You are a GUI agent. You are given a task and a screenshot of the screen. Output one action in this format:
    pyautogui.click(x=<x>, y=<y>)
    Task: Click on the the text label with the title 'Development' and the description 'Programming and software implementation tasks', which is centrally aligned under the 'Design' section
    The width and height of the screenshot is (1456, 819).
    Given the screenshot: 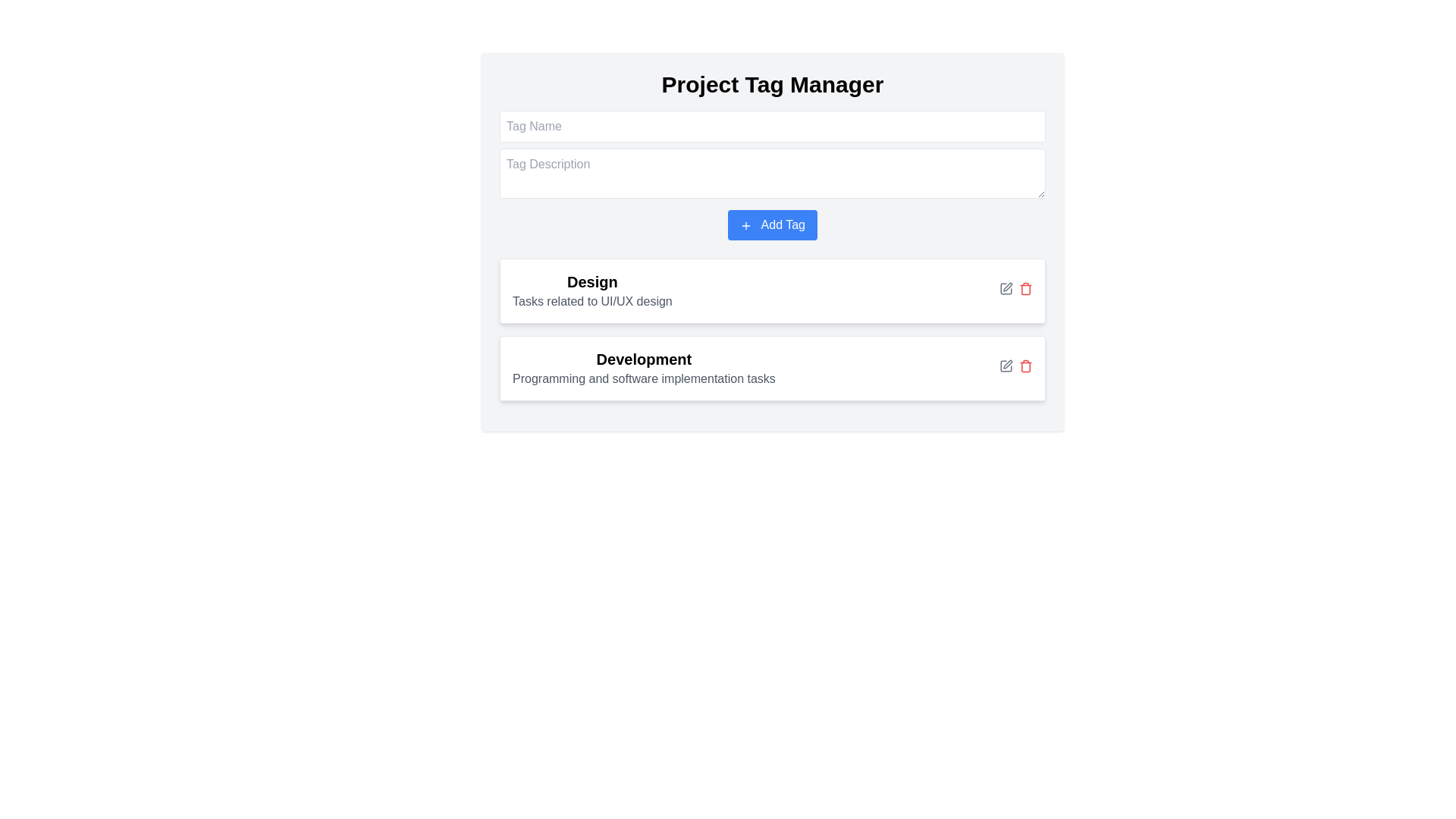 What is the action you would take?
    pyautogui.click(x=644, y=369)
    